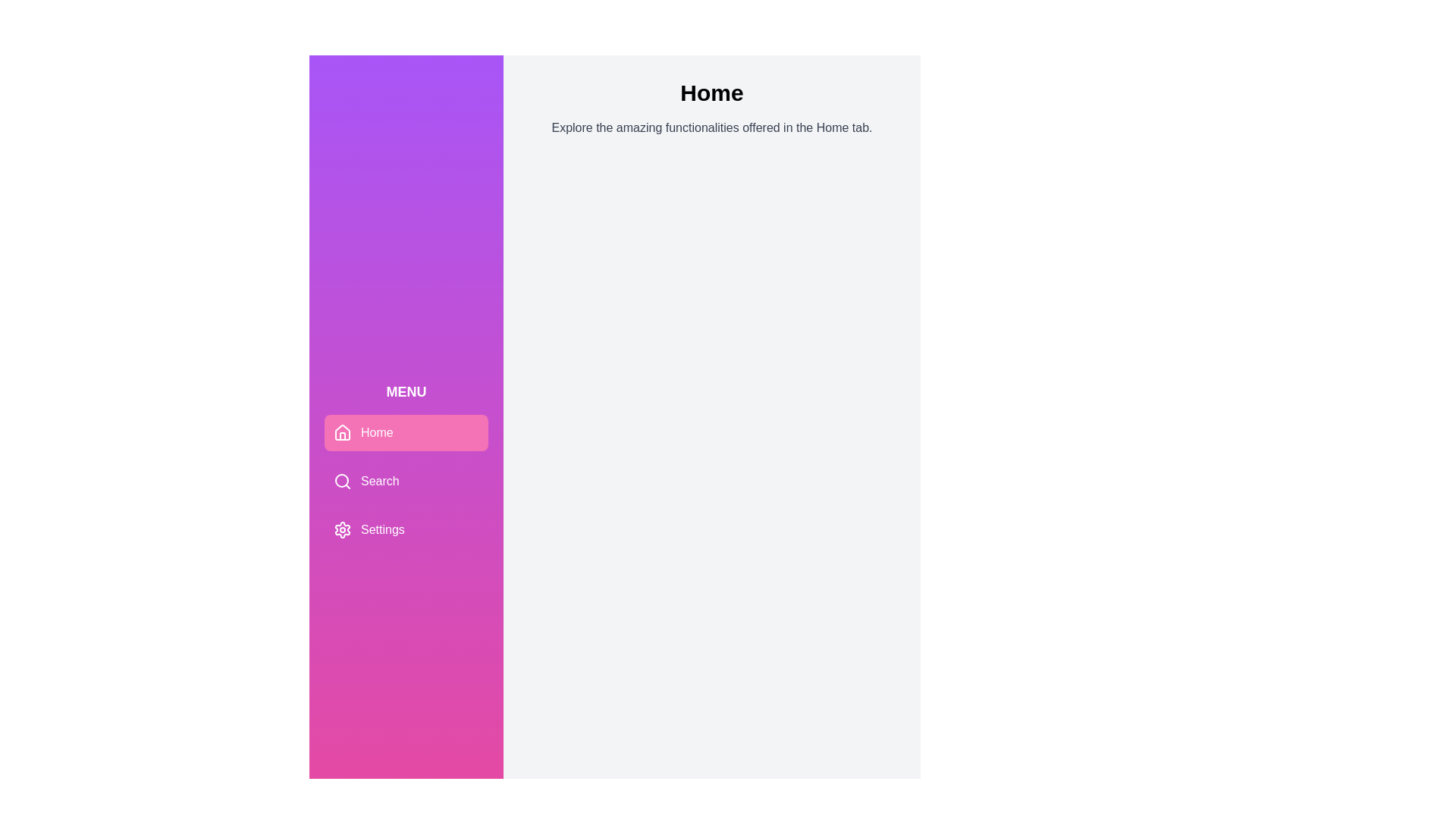  Describe the element at coordinates (406, 482) in the screenshot. I see `the Search tab from the menu` at that location.